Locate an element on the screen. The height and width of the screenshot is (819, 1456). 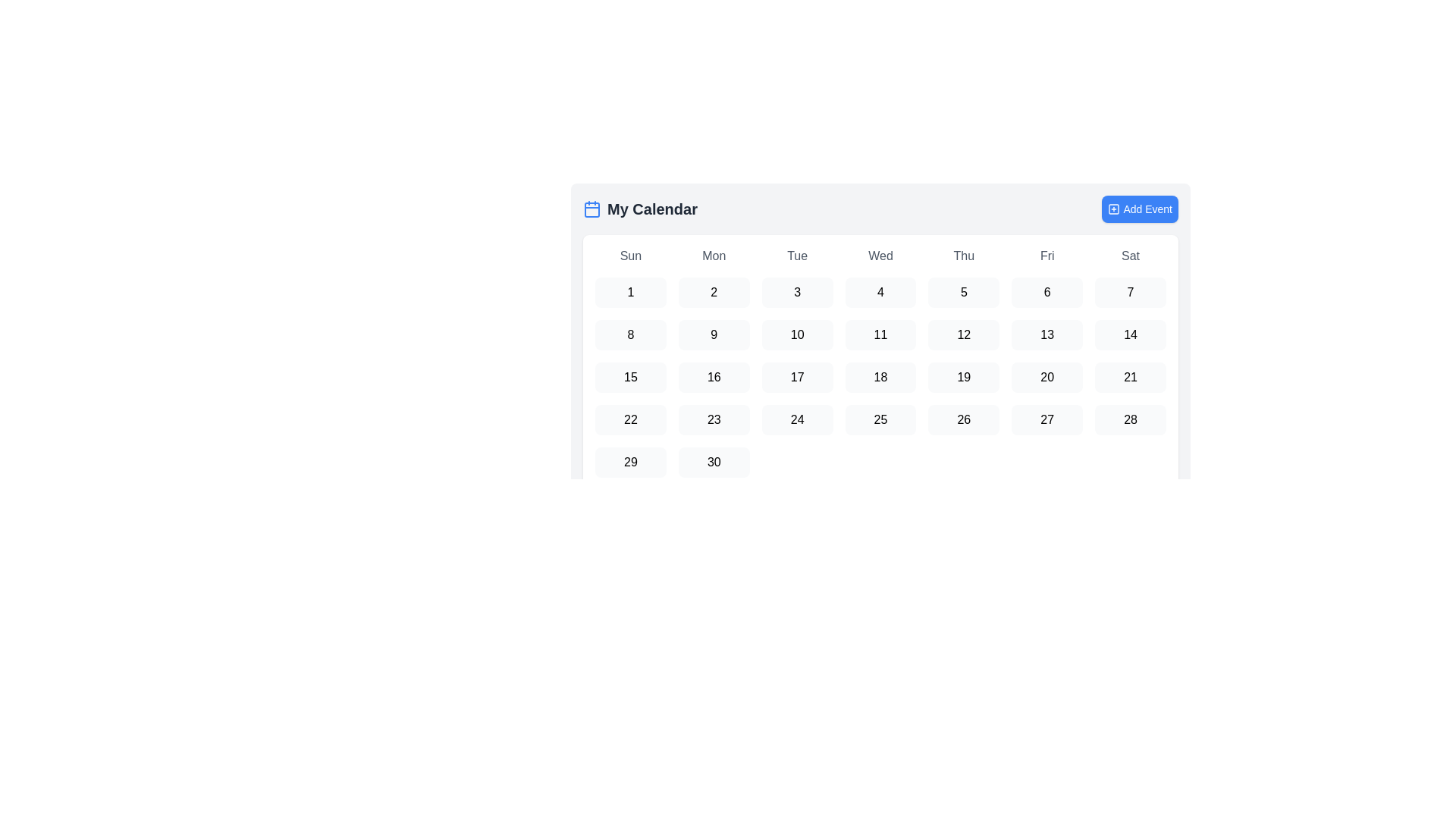
the calendar day tile representing the 5th day of the month for keyboard navigation is located at coordinates (963, 292).